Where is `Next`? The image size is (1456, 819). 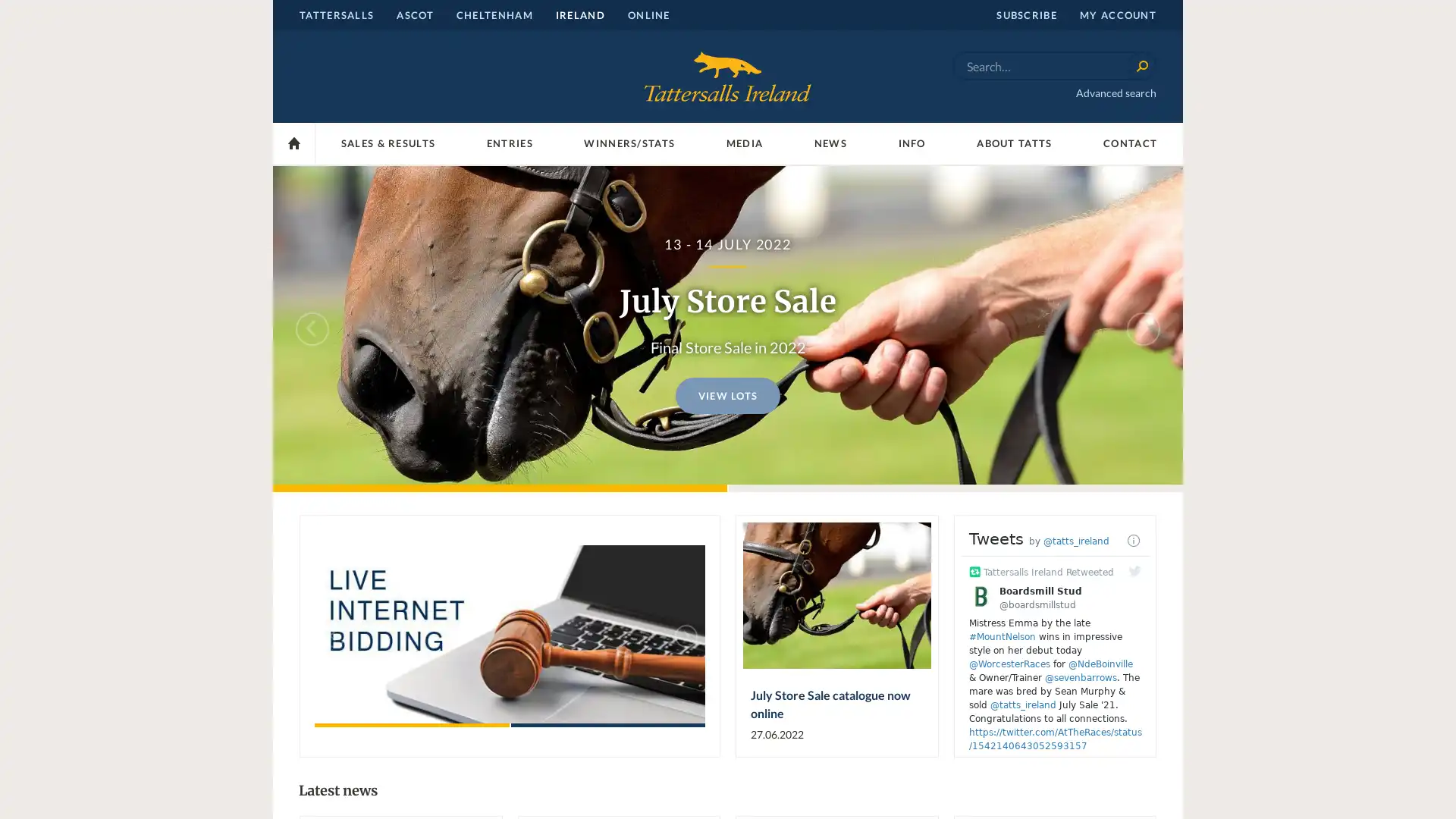
Next is located at coordinates (686, 635).